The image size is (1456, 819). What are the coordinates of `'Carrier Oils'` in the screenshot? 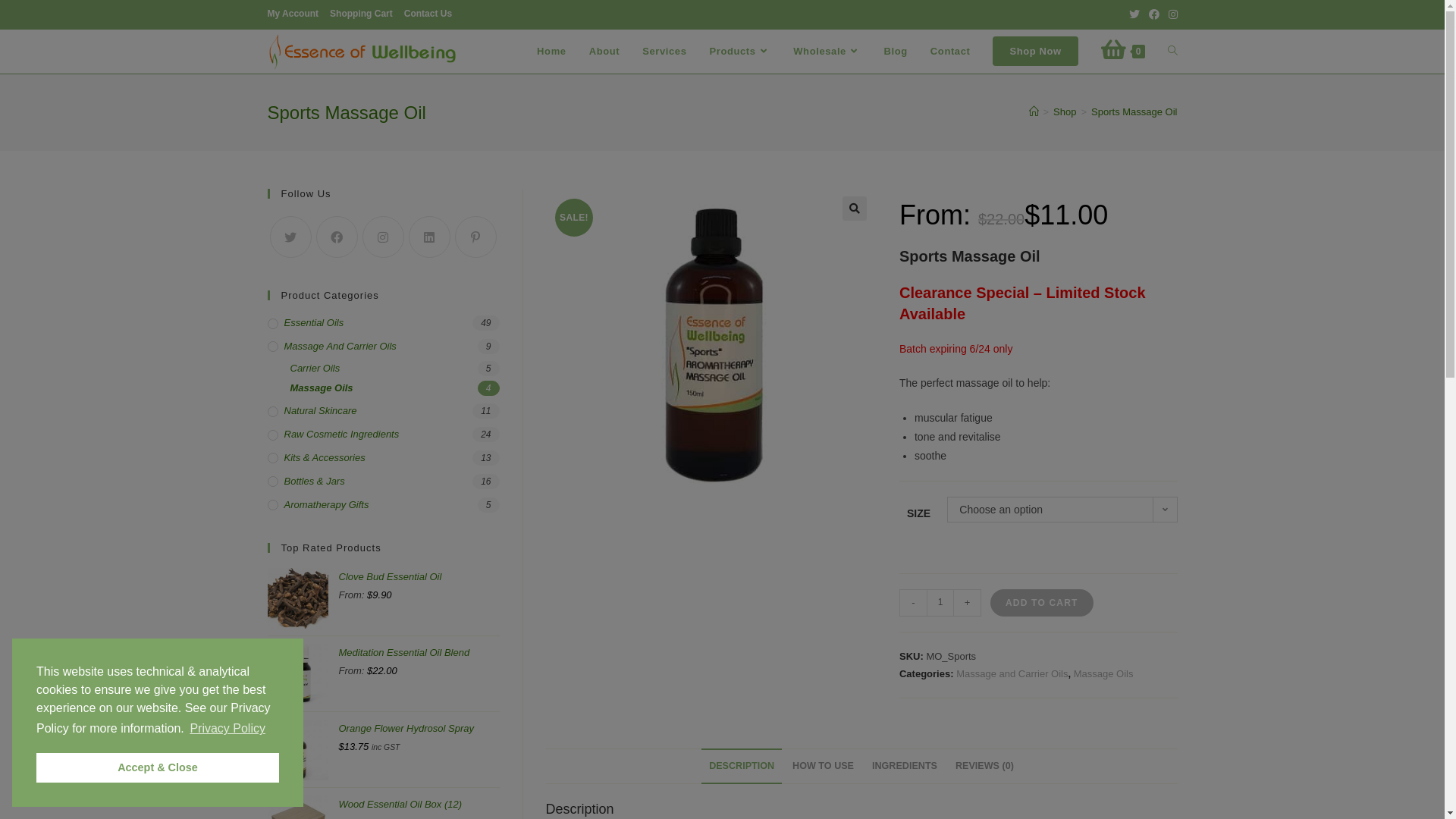 It's located at (394, 369).